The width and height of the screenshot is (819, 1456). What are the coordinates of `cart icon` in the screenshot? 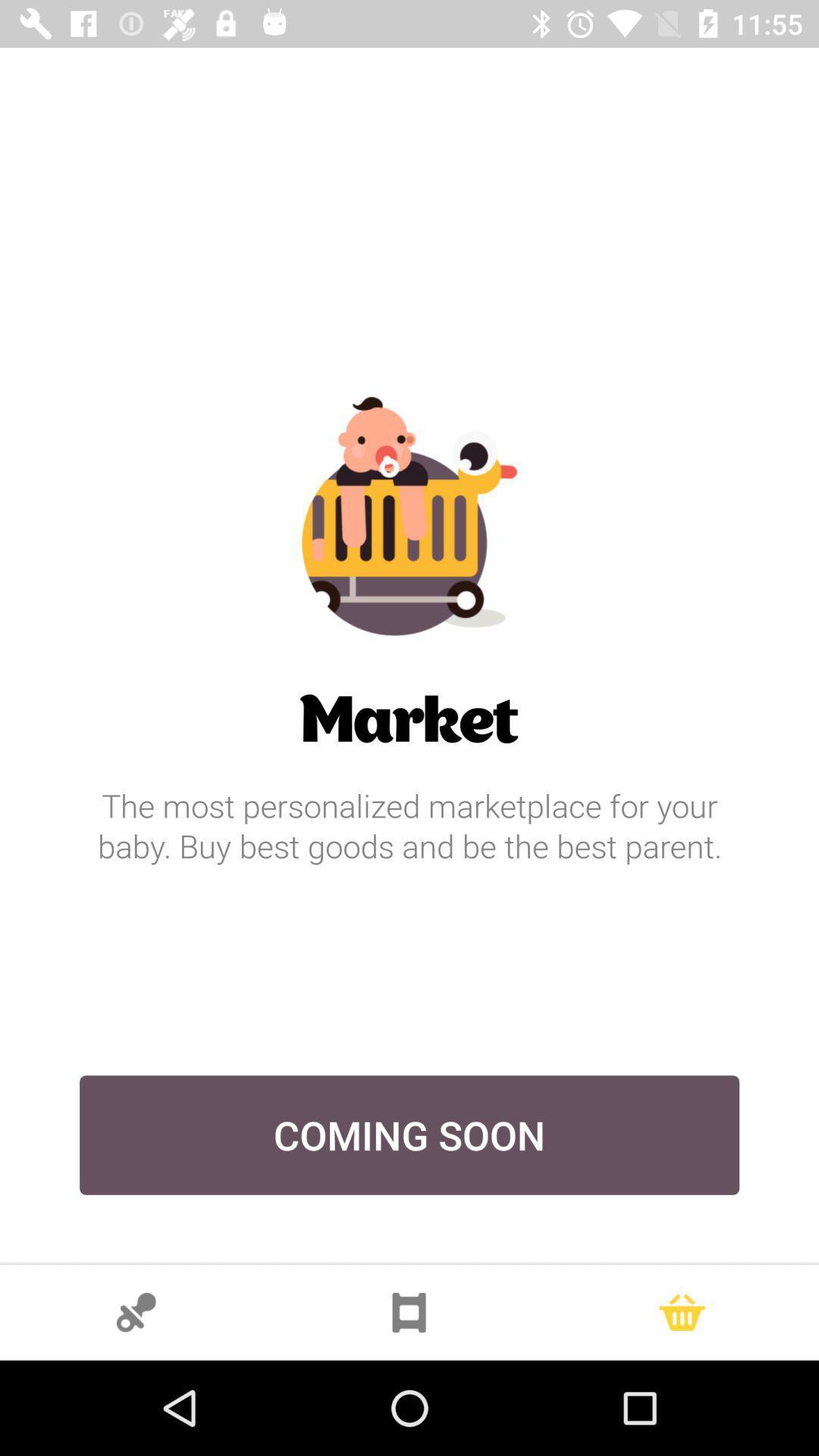 It's located at (681, 1312).